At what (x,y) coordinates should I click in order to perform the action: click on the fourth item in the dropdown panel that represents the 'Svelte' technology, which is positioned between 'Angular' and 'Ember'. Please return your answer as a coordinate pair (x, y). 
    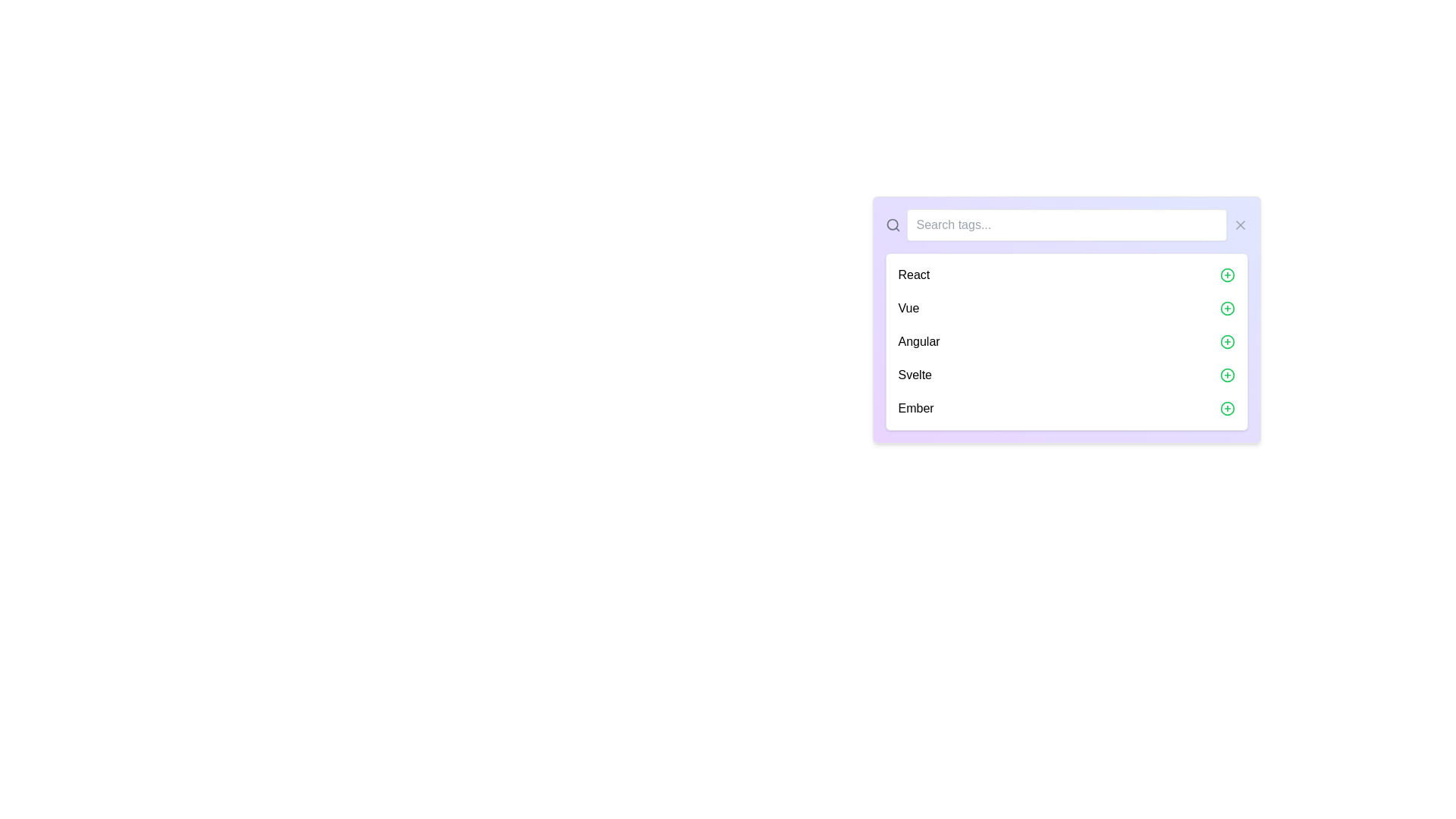
    Looking at the image, I should click on (1065, 375).